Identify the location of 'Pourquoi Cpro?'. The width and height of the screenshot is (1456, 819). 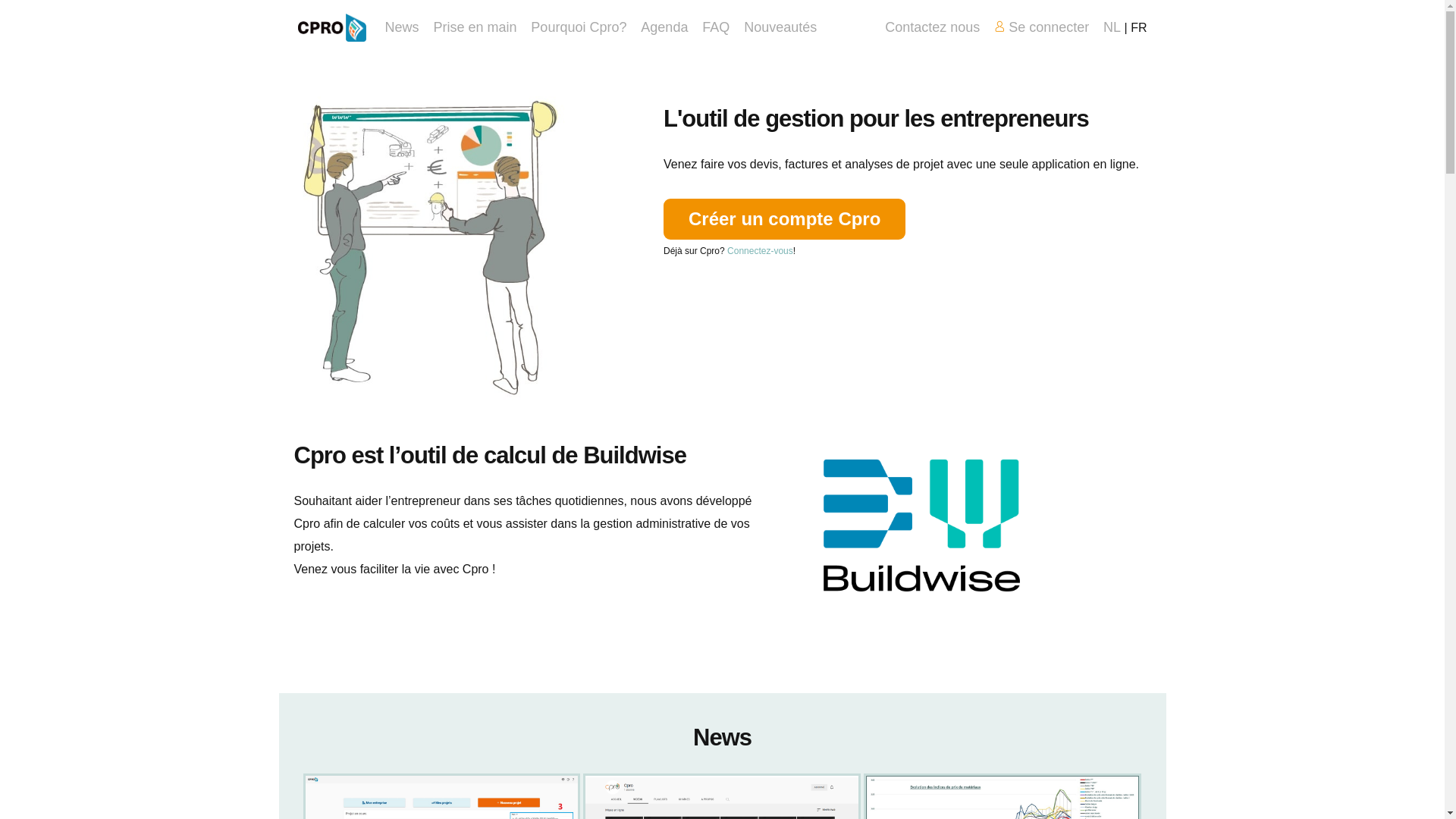
(578, 27).